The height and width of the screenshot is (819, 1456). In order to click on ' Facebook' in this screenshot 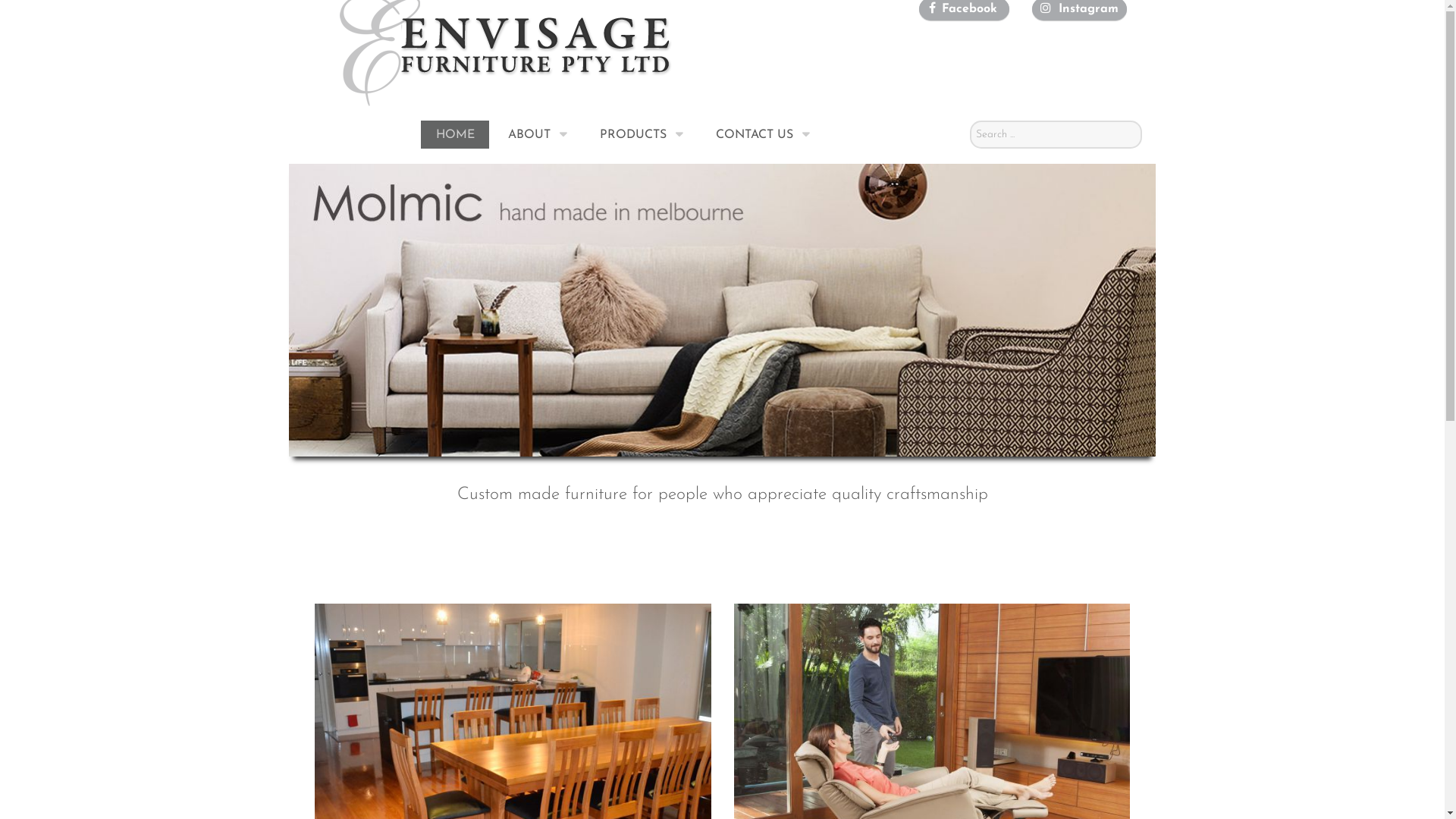, I will do `click(967, 8)`.